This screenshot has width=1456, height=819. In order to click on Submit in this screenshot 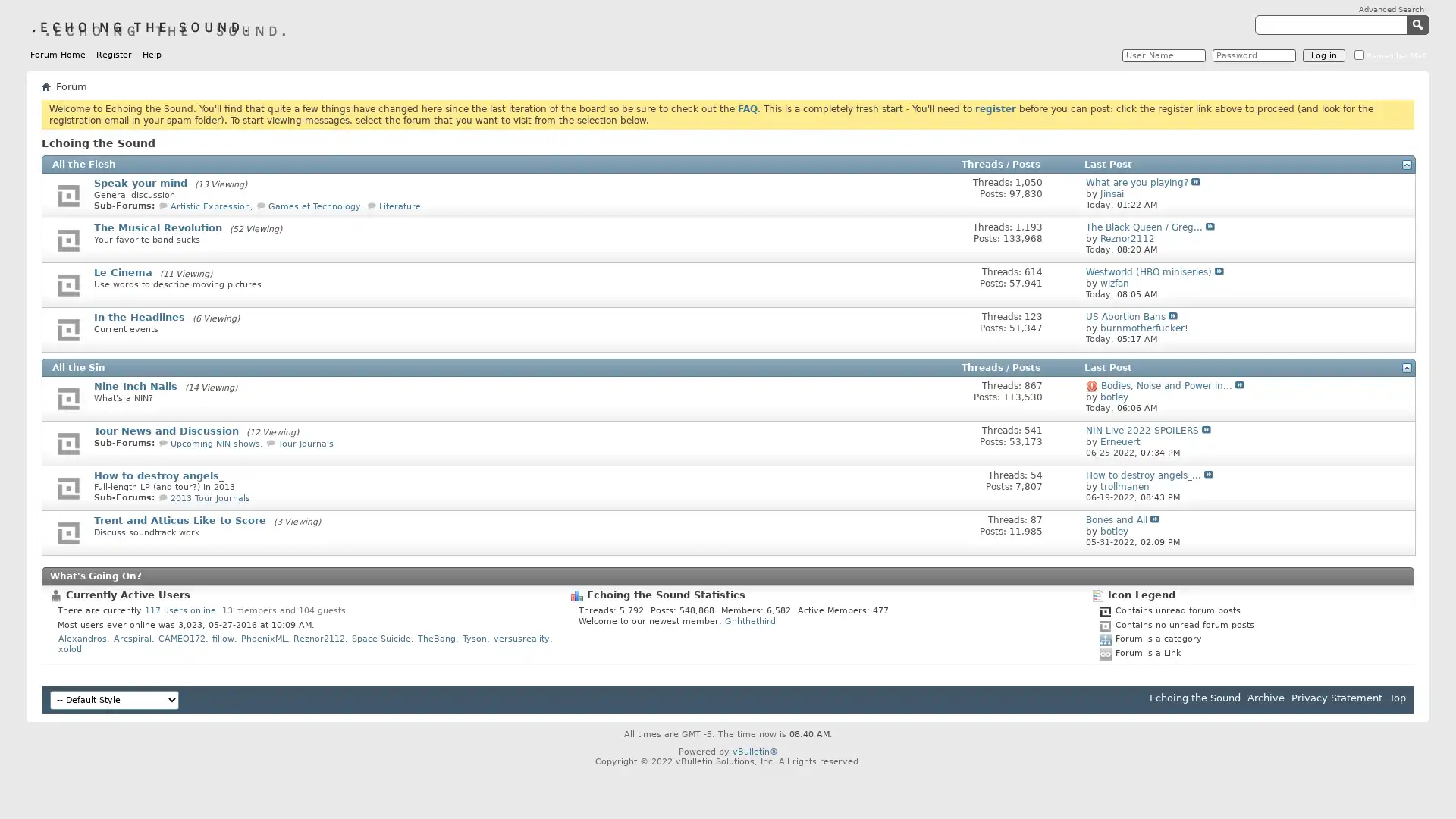, I will do `click(1419, 24)`.